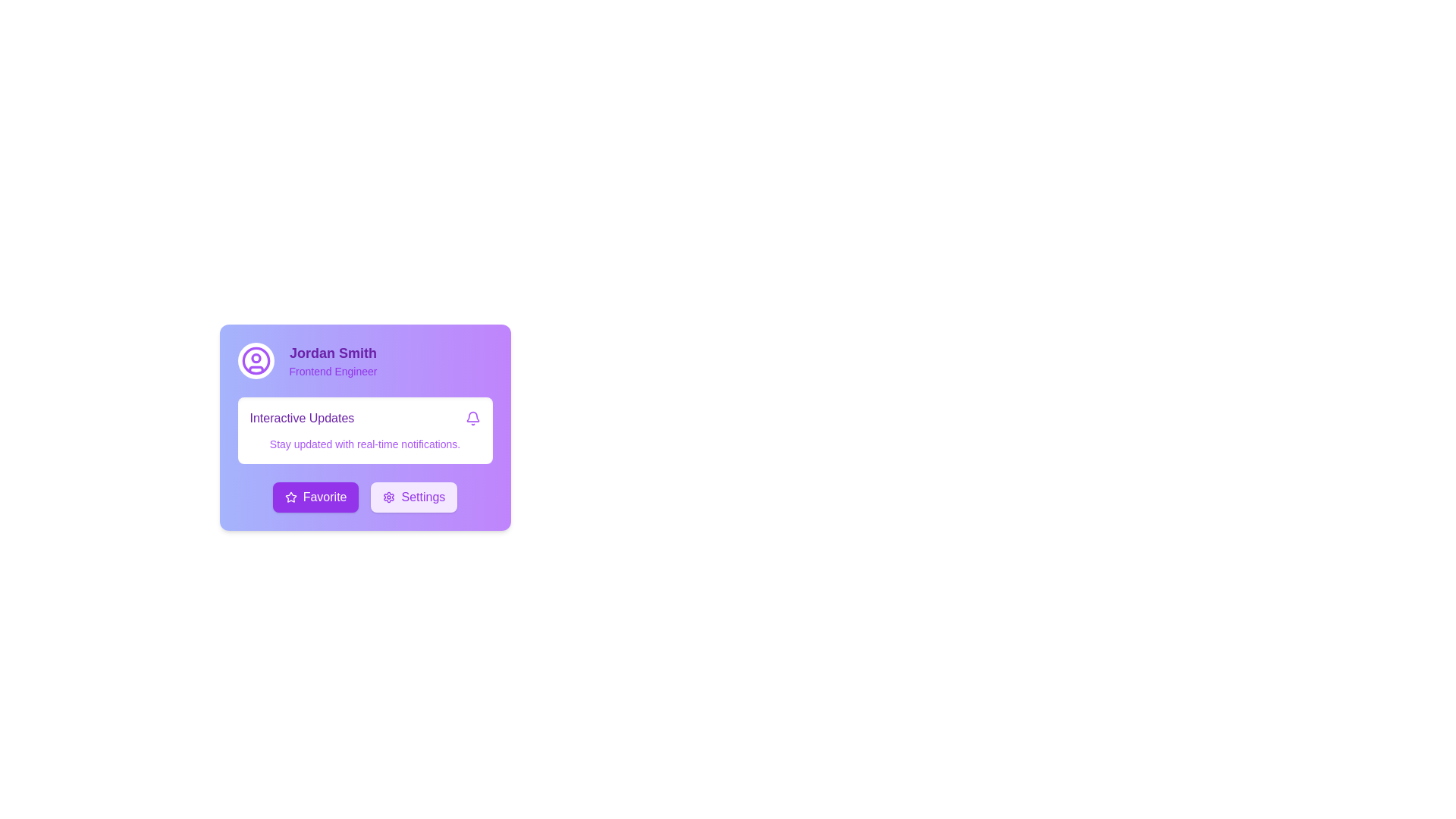 The width and height of the screenshot is (1456, 819). Describe the element at coordinates (256, 360) in the screenshot. I see `the avatar icon representing 'Jordan Smith' from its current position` at that location.